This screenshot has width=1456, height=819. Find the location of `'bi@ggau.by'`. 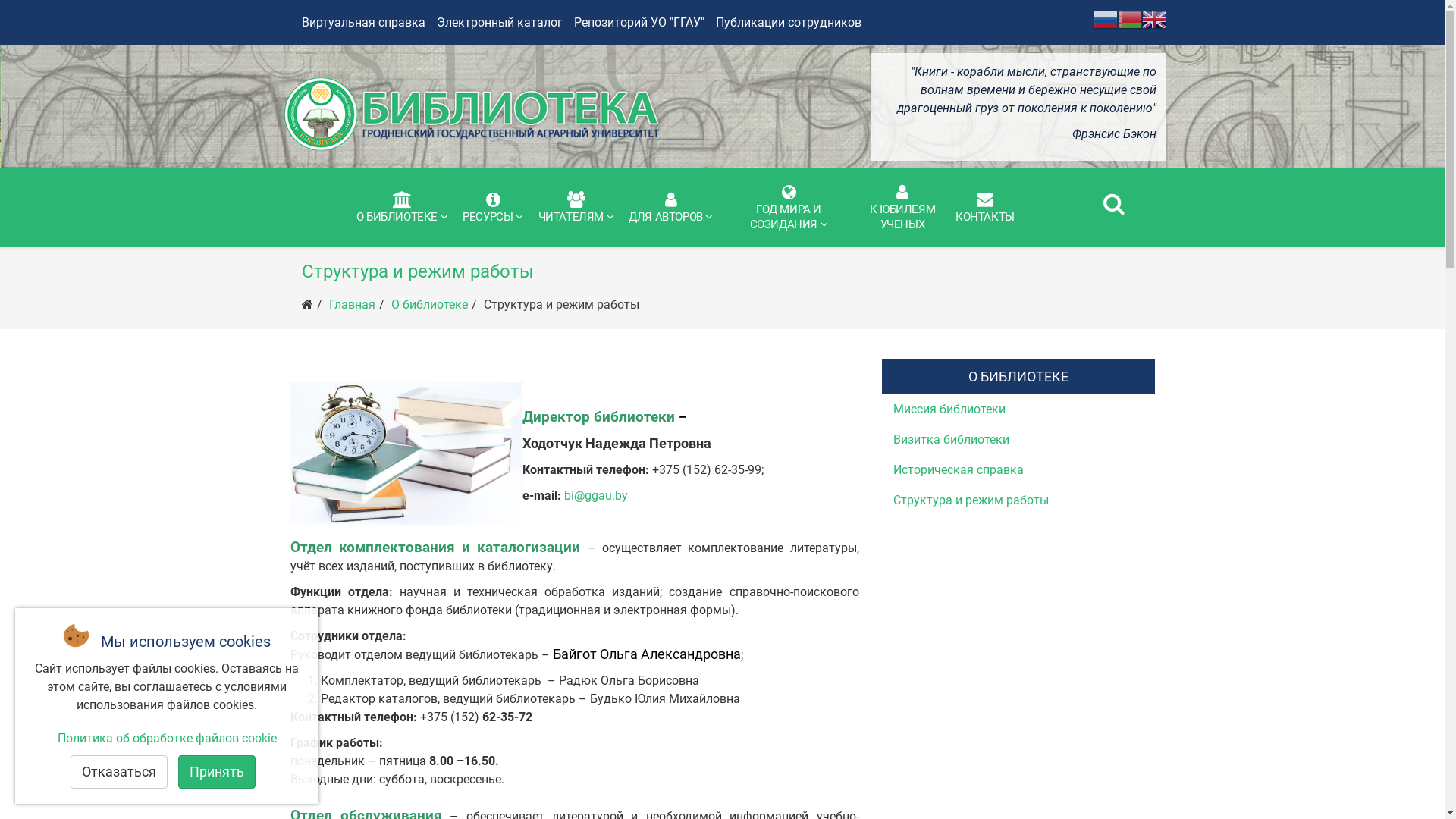

'bi@ggau.by' is located at coordinates (595, 495).